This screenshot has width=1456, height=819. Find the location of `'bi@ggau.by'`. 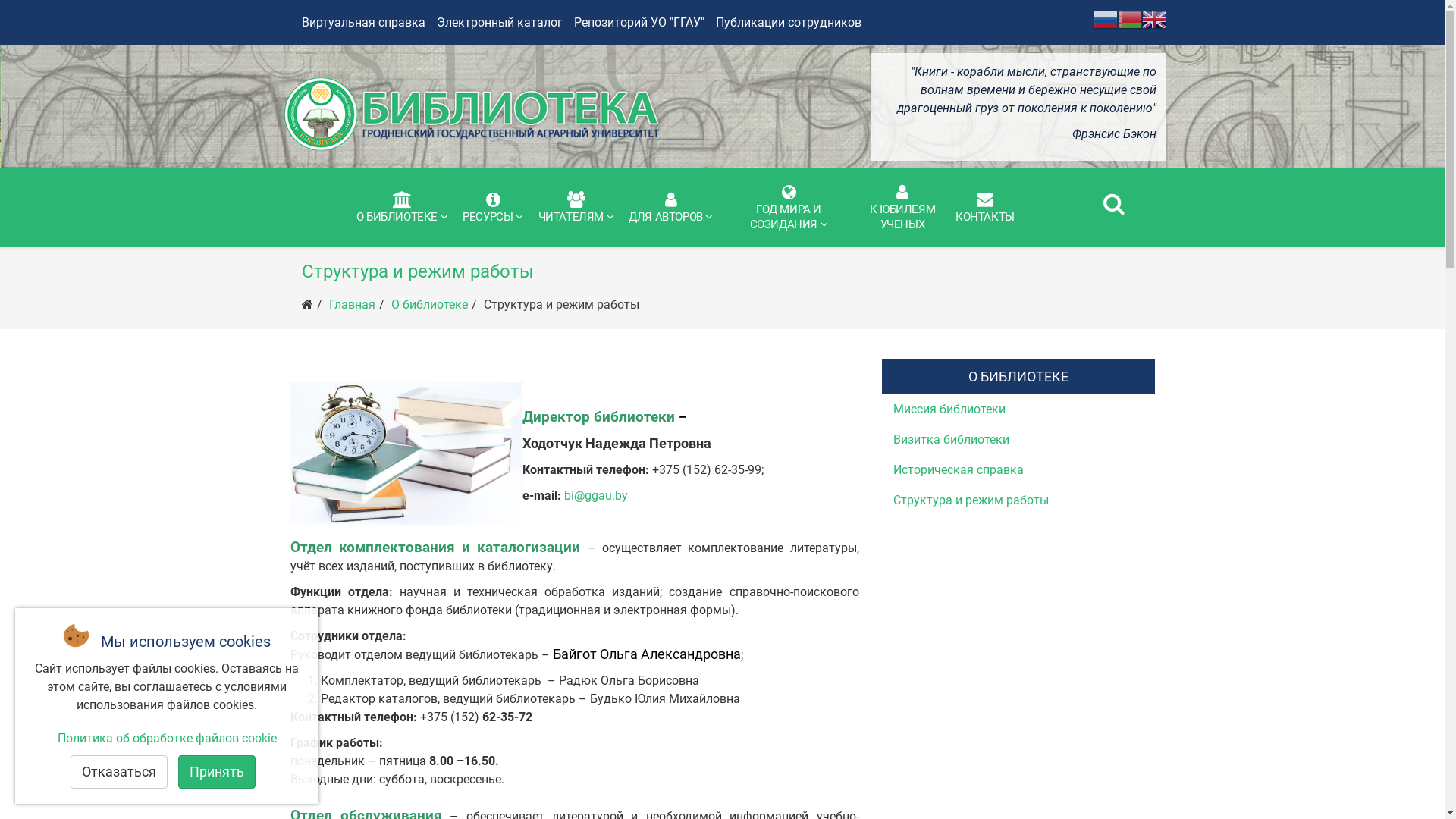

'bi@ggau.by' is located at coordinates (595, 495).